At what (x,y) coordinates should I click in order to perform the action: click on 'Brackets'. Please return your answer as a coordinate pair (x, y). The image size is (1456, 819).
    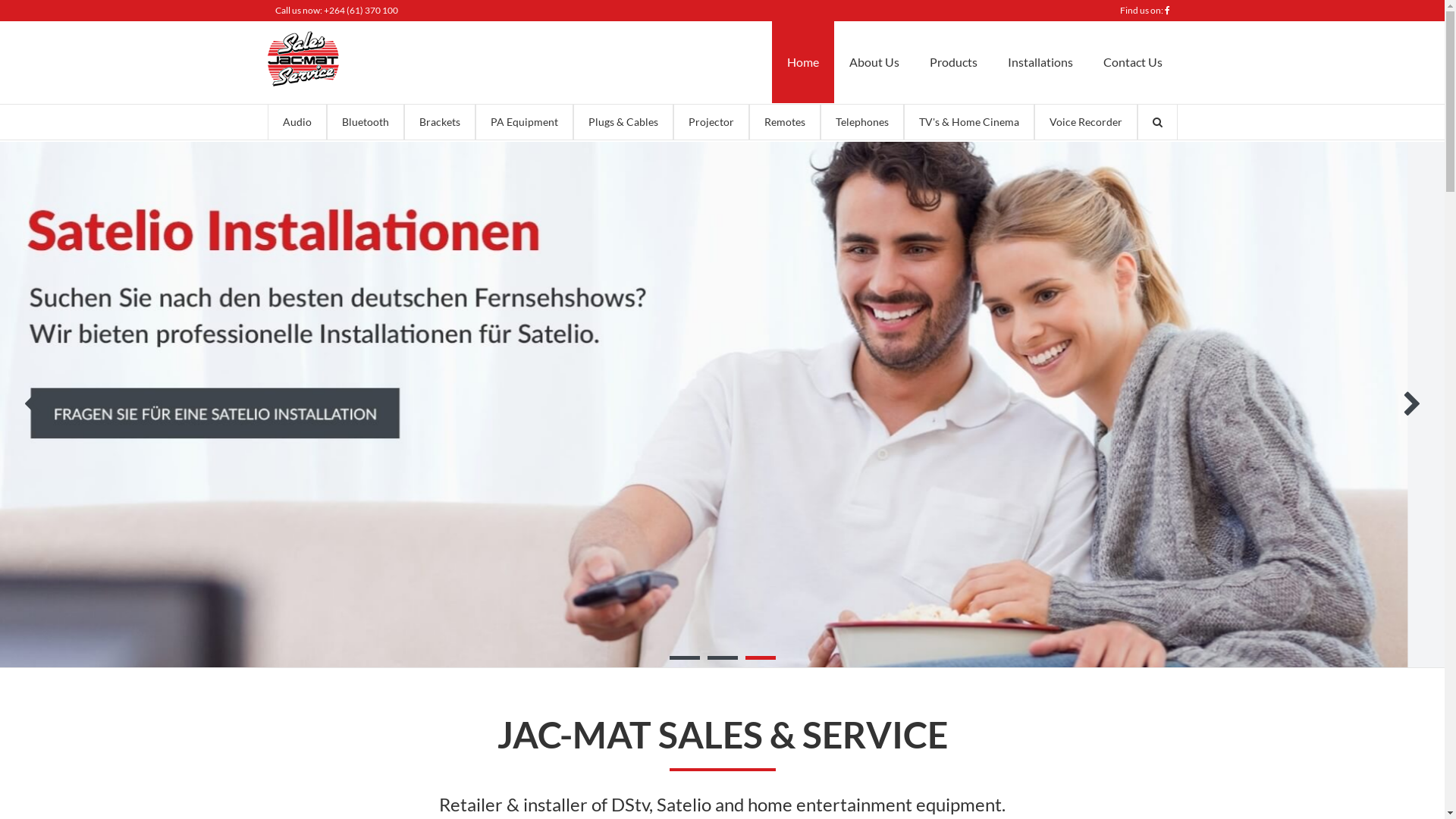
    Looking at the image, I should click on (403, 121).